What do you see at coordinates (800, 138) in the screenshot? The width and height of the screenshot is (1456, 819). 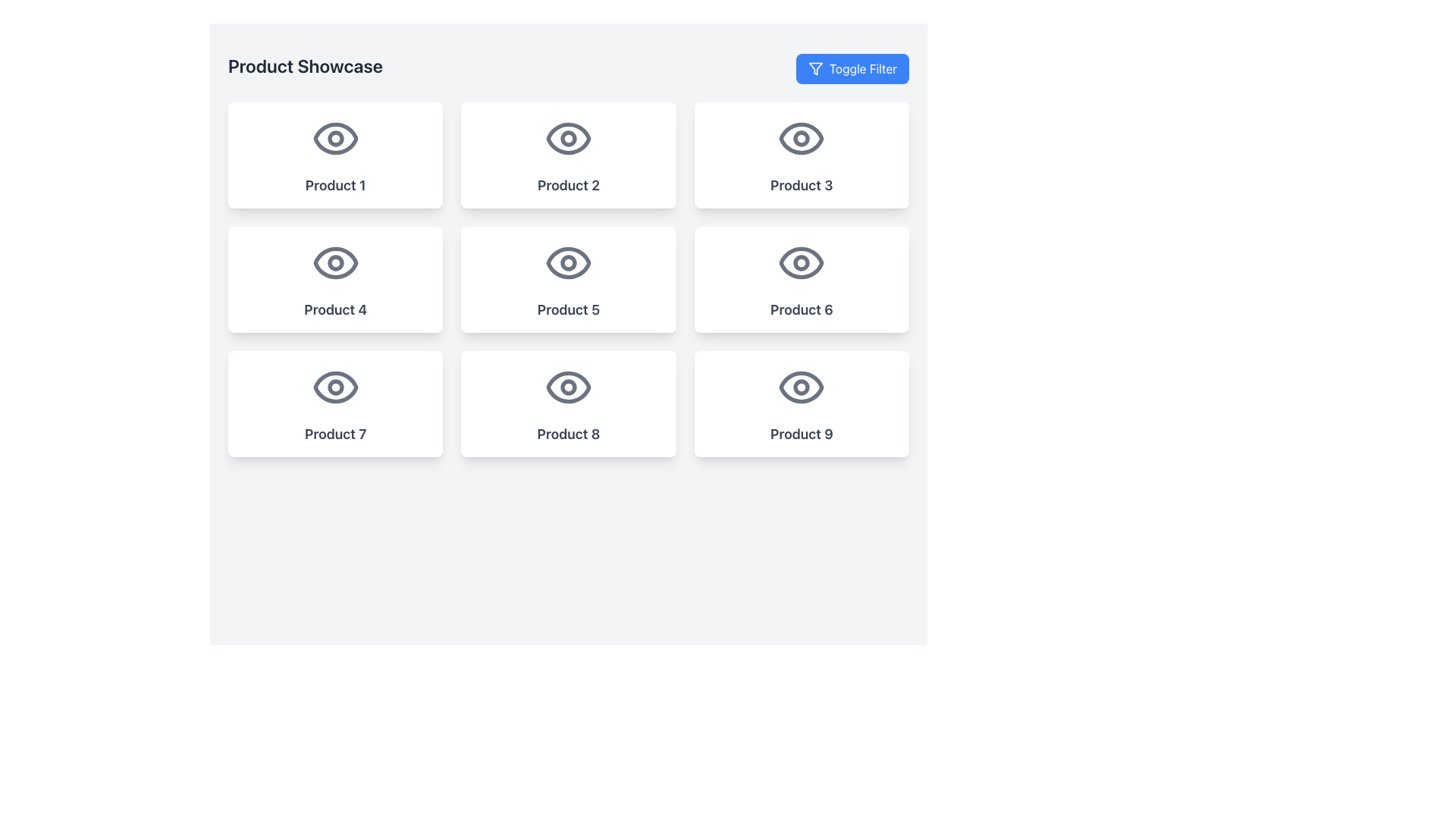 I see `the eye icon located at the top of the 'Product 3' card` at bounding box center [800, 138].